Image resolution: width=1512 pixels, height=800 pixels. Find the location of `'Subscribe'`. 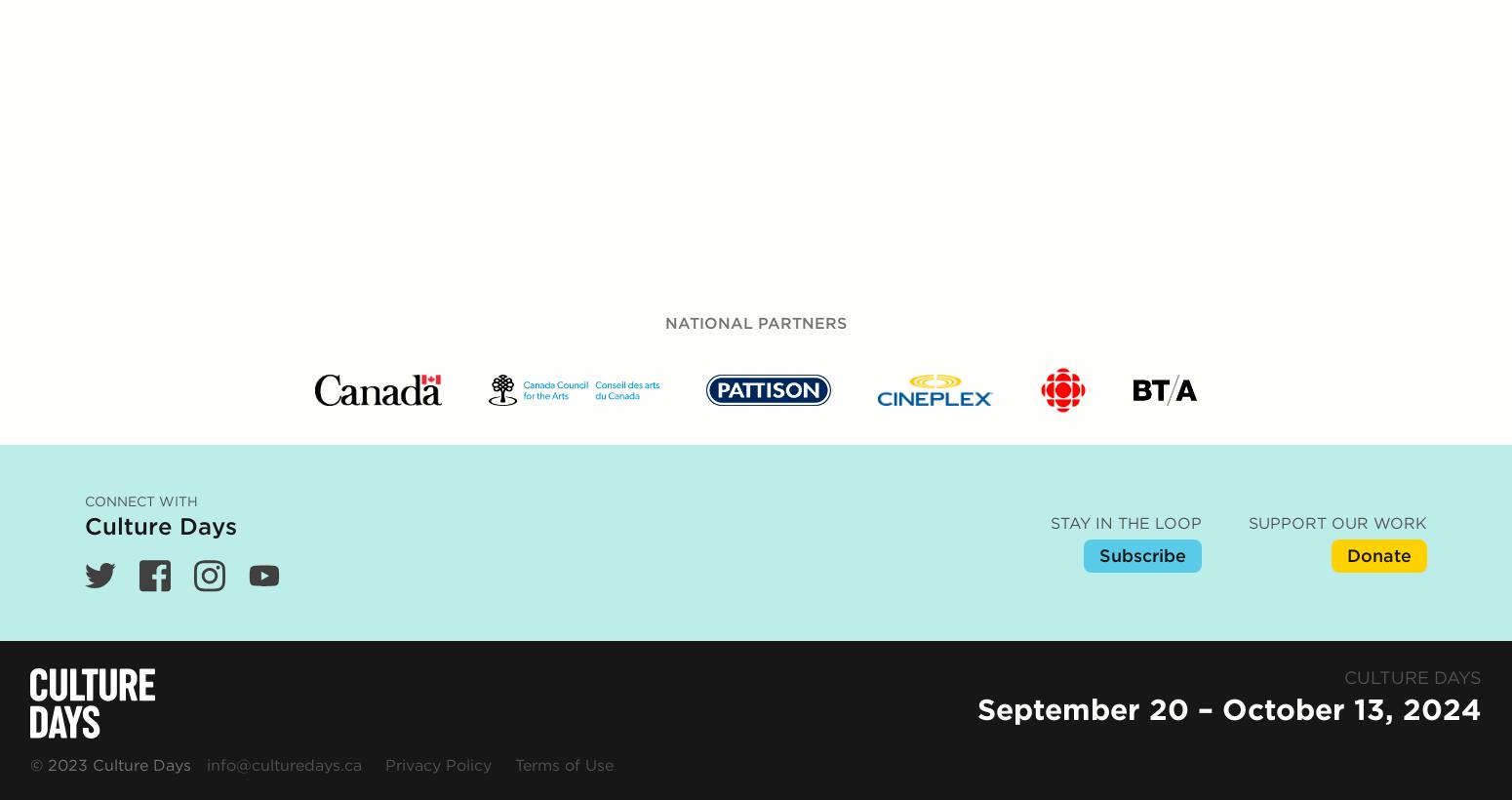

'Subscribe' is located at coordinates (1142, 137).